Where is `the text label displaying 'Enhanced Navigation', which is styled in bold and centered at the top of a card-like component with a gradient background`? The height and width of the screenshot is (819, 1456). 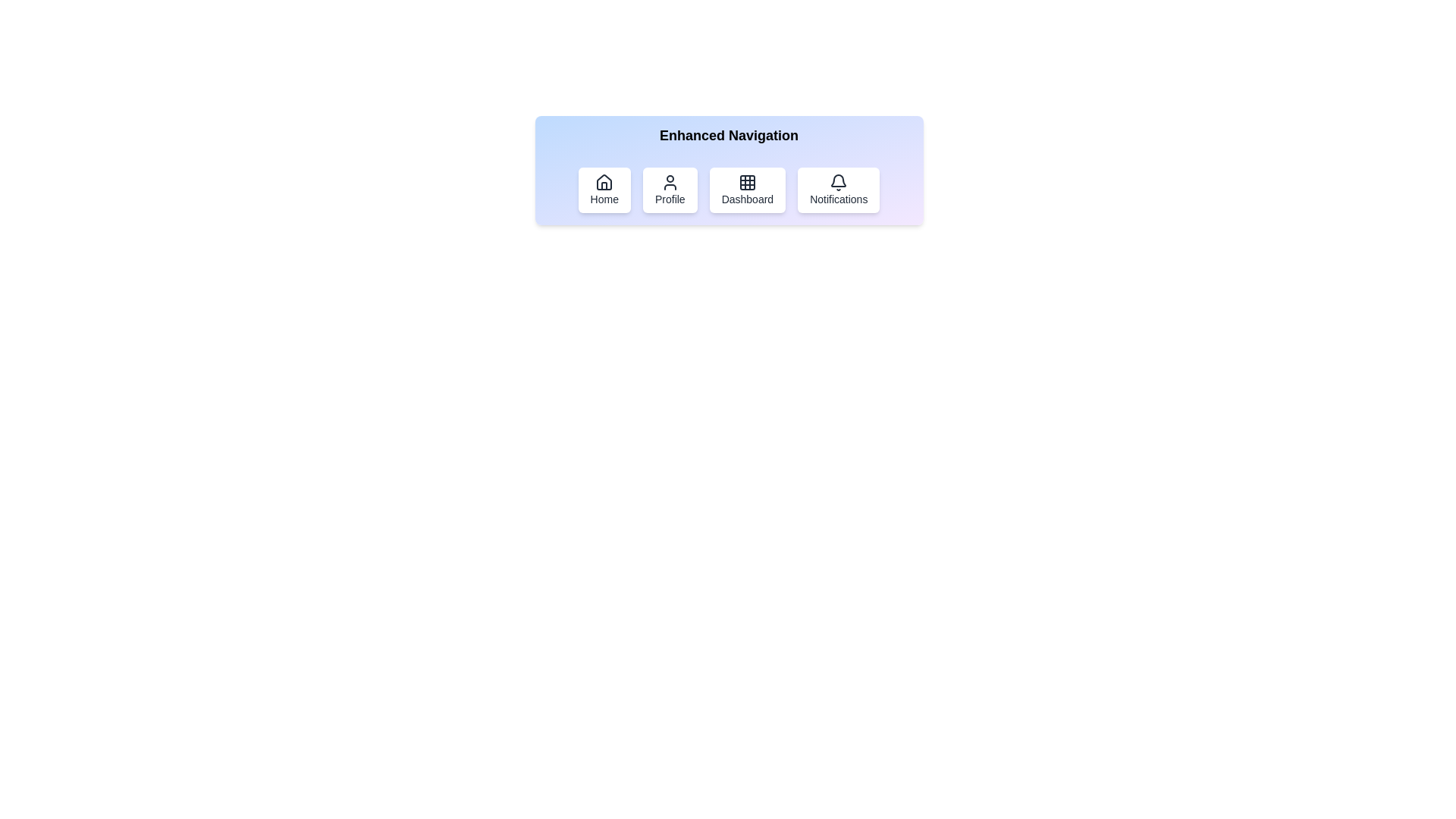
the text label displaying 'Enhanced Navigation', which is styled in bold and centered at the top of a card-like component with a gradient background is located at coordinates (729, 134).